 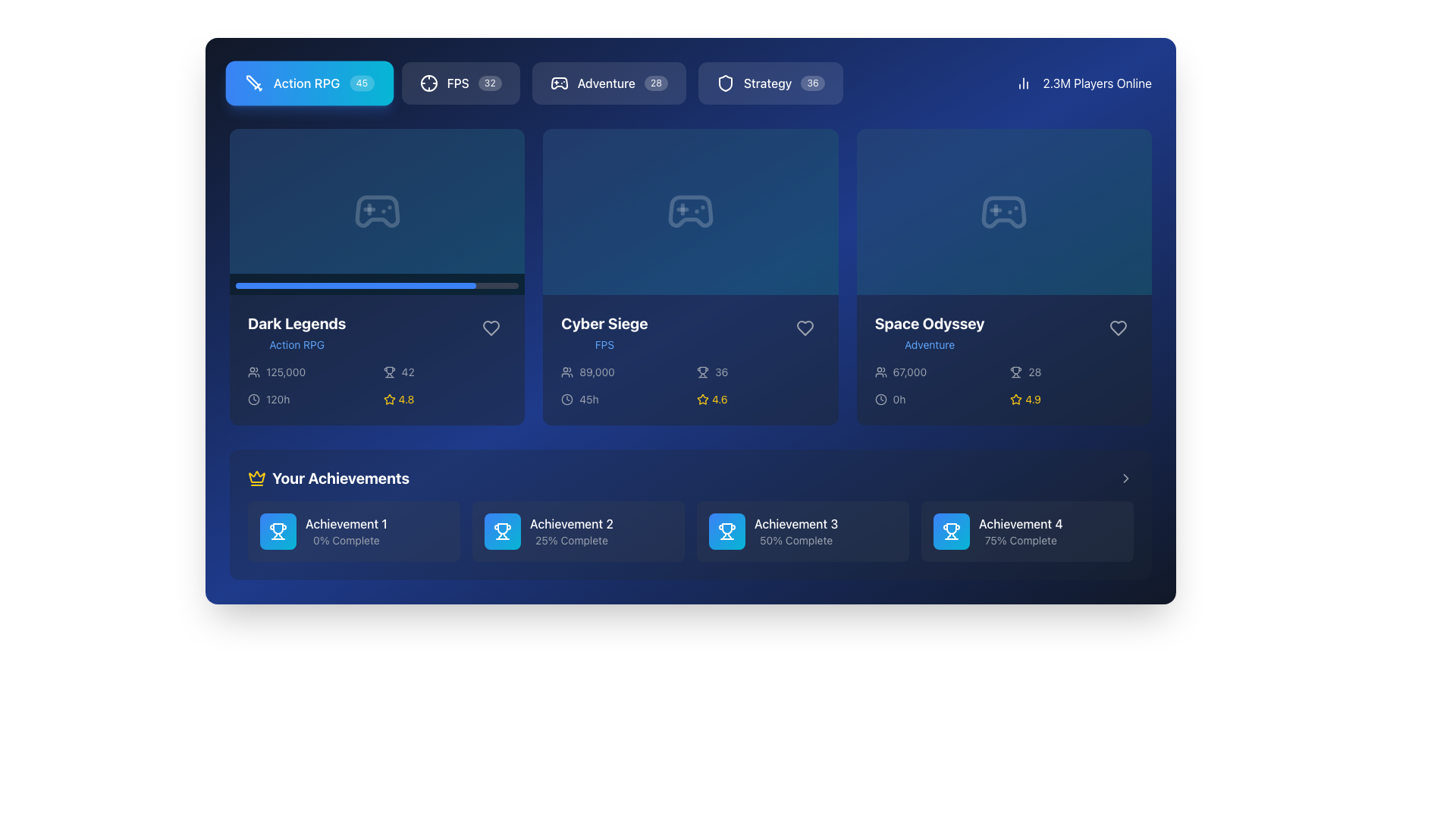 I want to click on the game controller icon located in the third card from the left under the 'Space Odyssey' title, positioned towards the top center of the card, so click(x=1004, y=212).